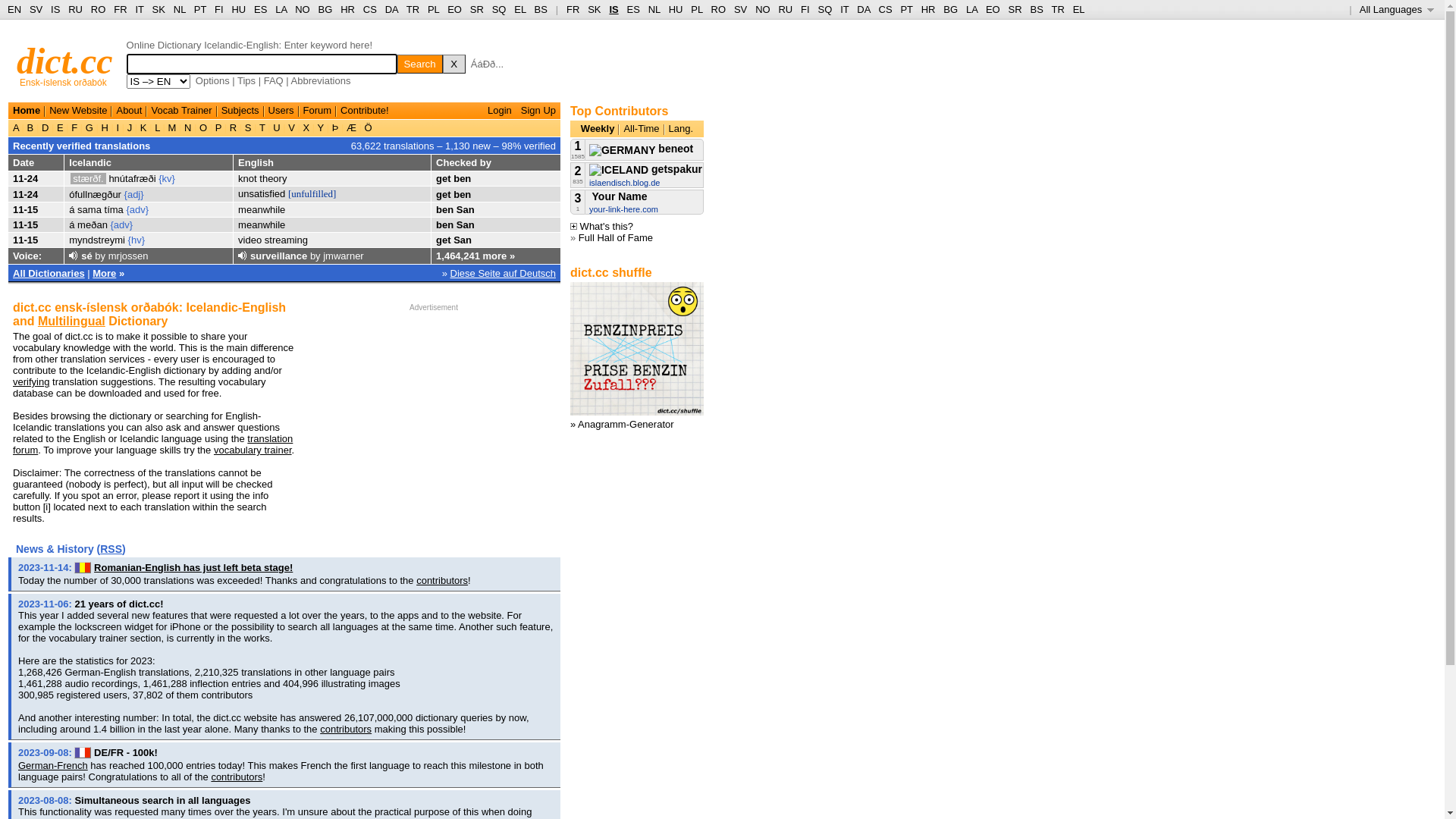  What do you see at coordinates (273, 239) in the screenshot?
I see `'video streaming'` at bounding box center [273, 239].